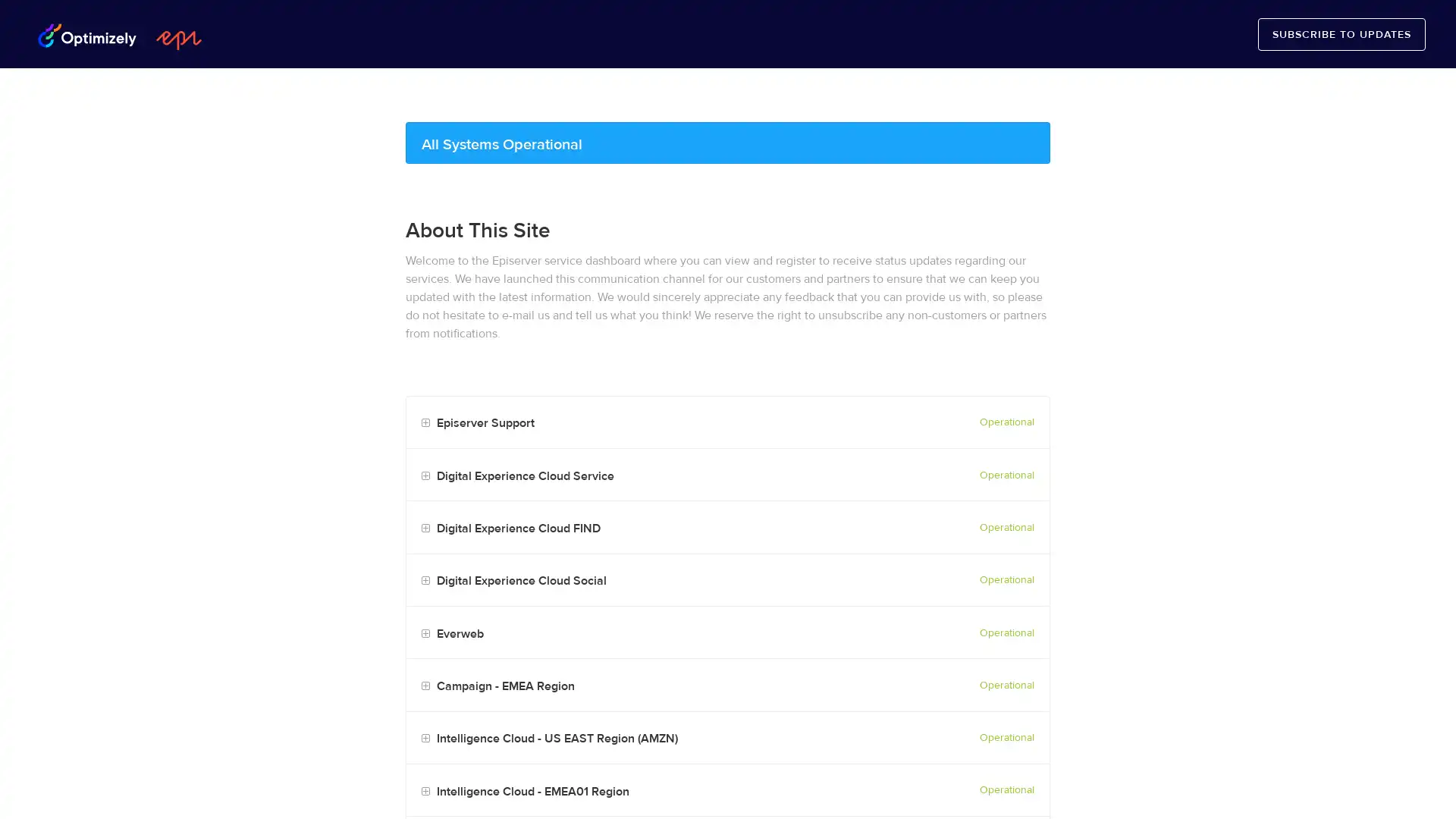 The height and width of the screenshot is (819, 1456). What do you see at coordinates (425, 475) in the screenshot?
I see `Toggle Digital Experience Cloud Service` at bounding box center [425, 475].